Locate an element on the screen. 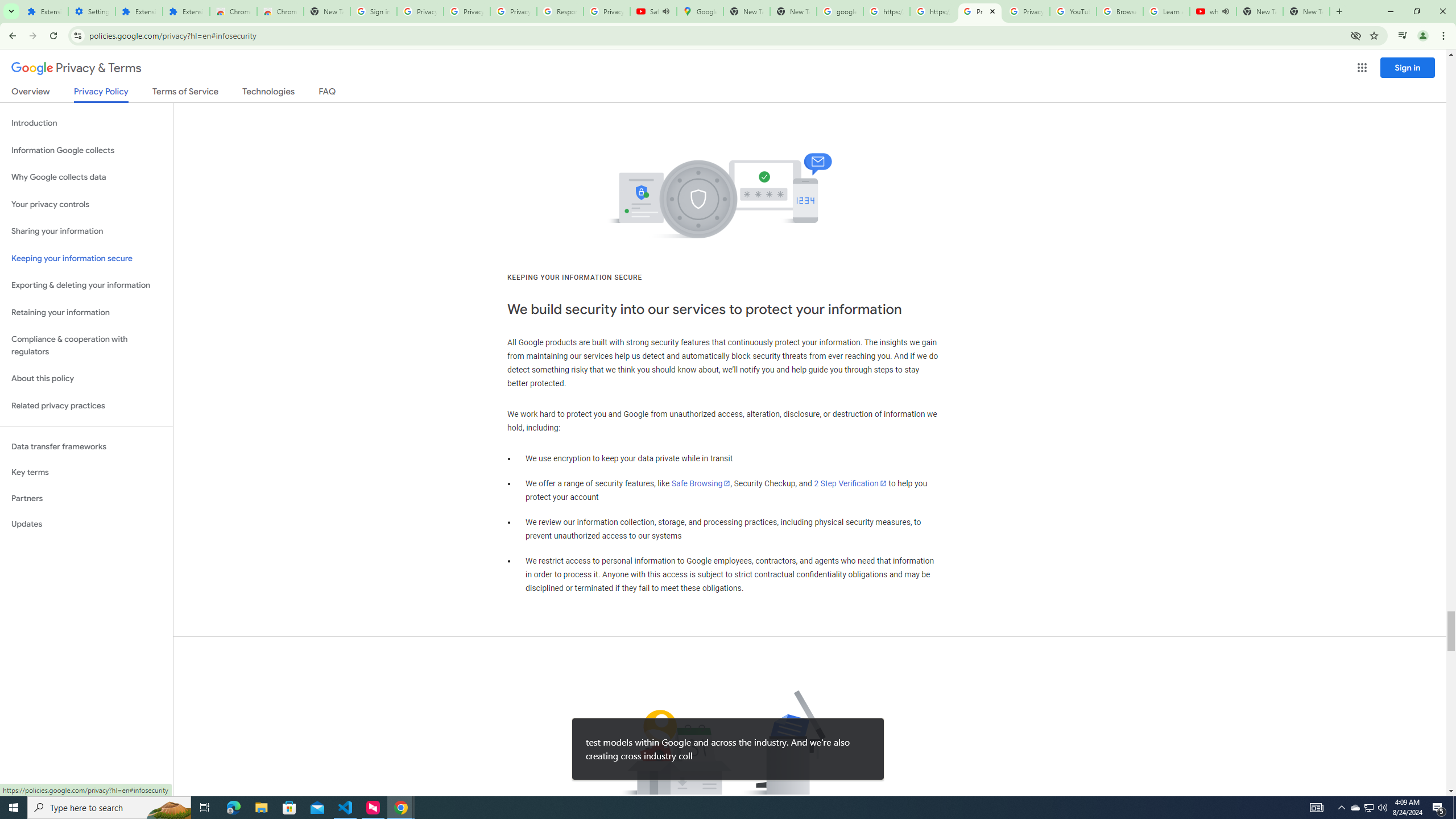  'Your privacy controls' is located at coordinates (86, 205).